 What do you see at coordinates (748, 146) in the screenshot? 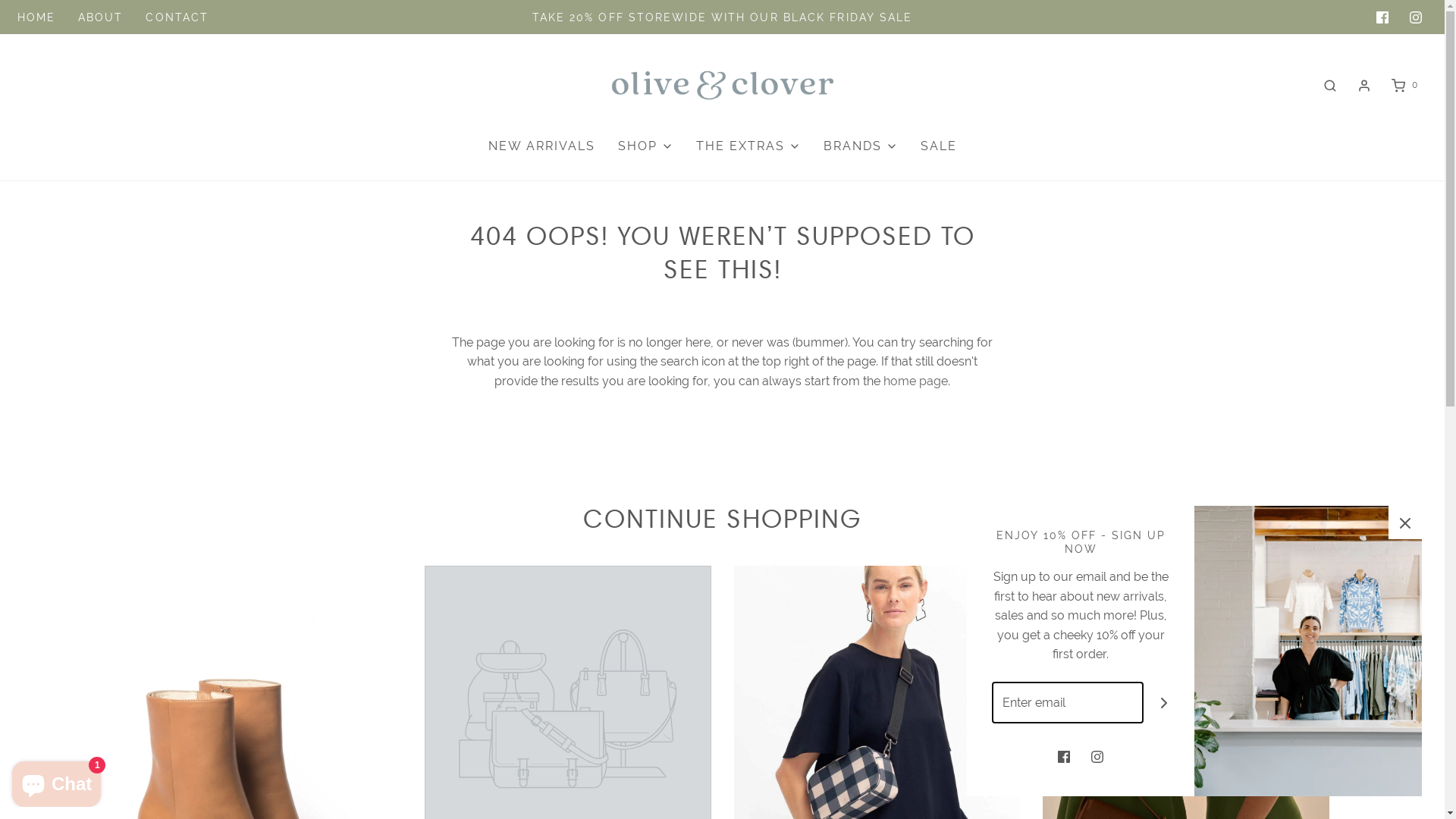
I see `'THE EXTRAS'` at bounding box center [748, 146].